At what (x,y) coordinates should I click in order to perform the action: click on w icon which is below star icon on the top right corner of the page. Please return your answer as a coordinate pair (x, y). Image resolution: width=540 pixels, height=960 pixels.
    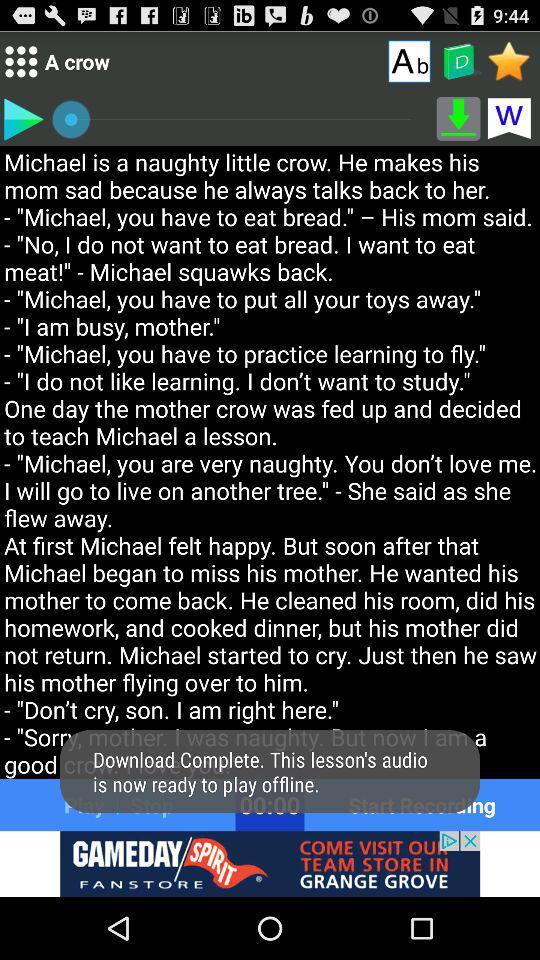
    Looking at the image, I should click on (509, 119).